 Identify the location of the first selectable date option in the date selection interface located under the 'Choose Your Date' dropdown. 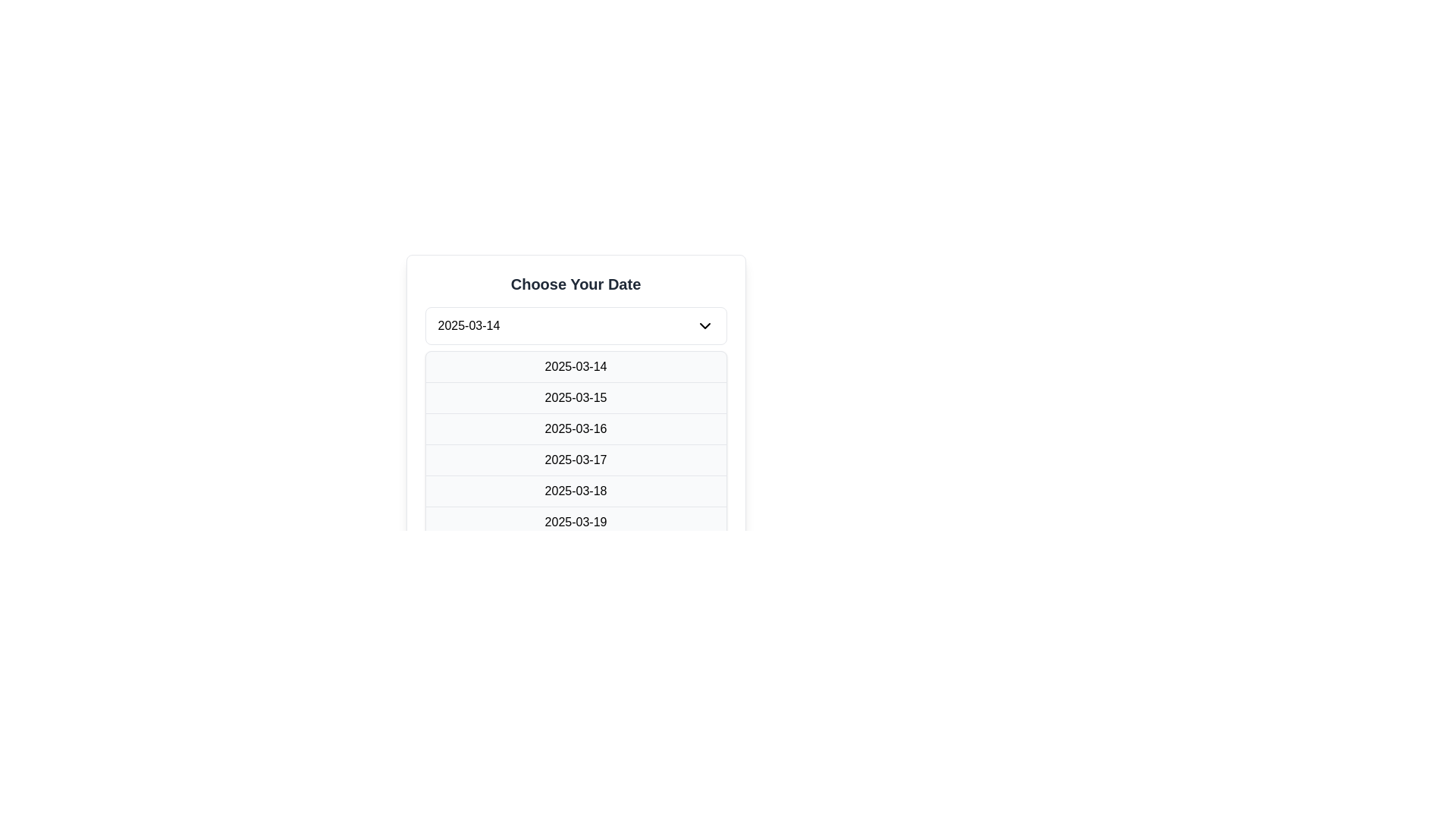
(575, 366).